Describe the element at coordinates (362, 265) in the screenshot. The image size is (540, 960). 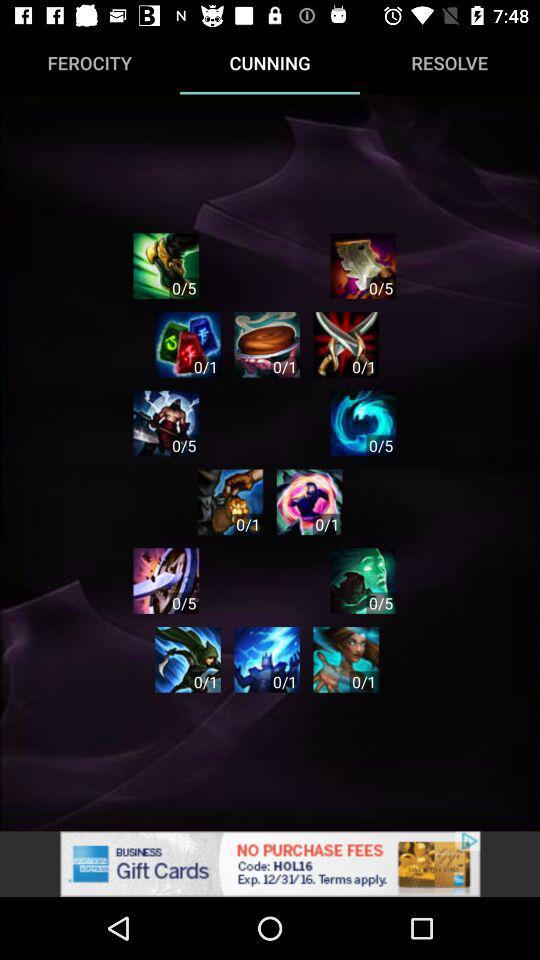
I see `the app` at that location.